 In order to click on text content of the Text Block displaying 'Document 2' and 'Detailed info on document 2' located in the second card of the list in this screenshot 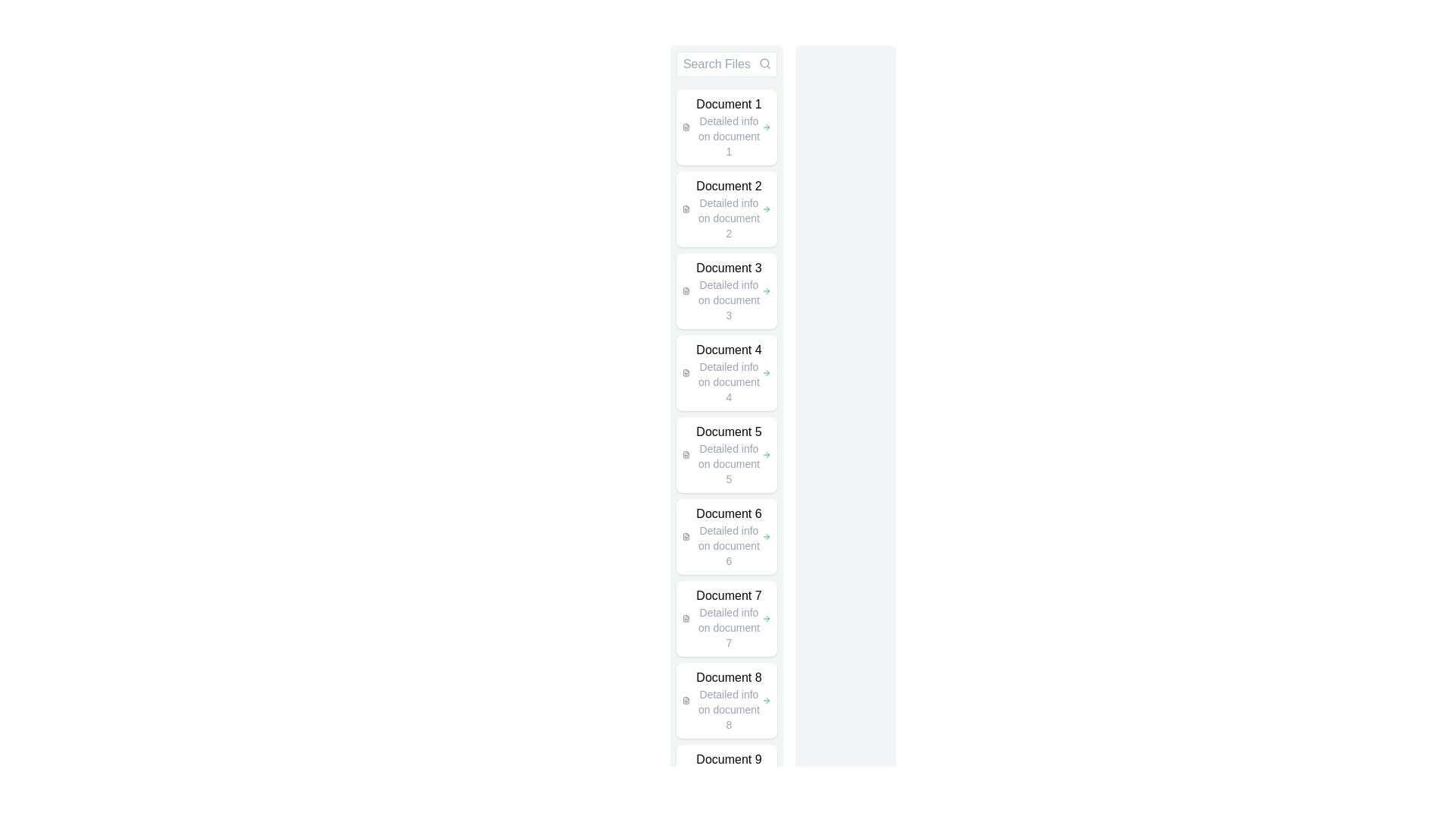, I will do `click(729, 209)`.